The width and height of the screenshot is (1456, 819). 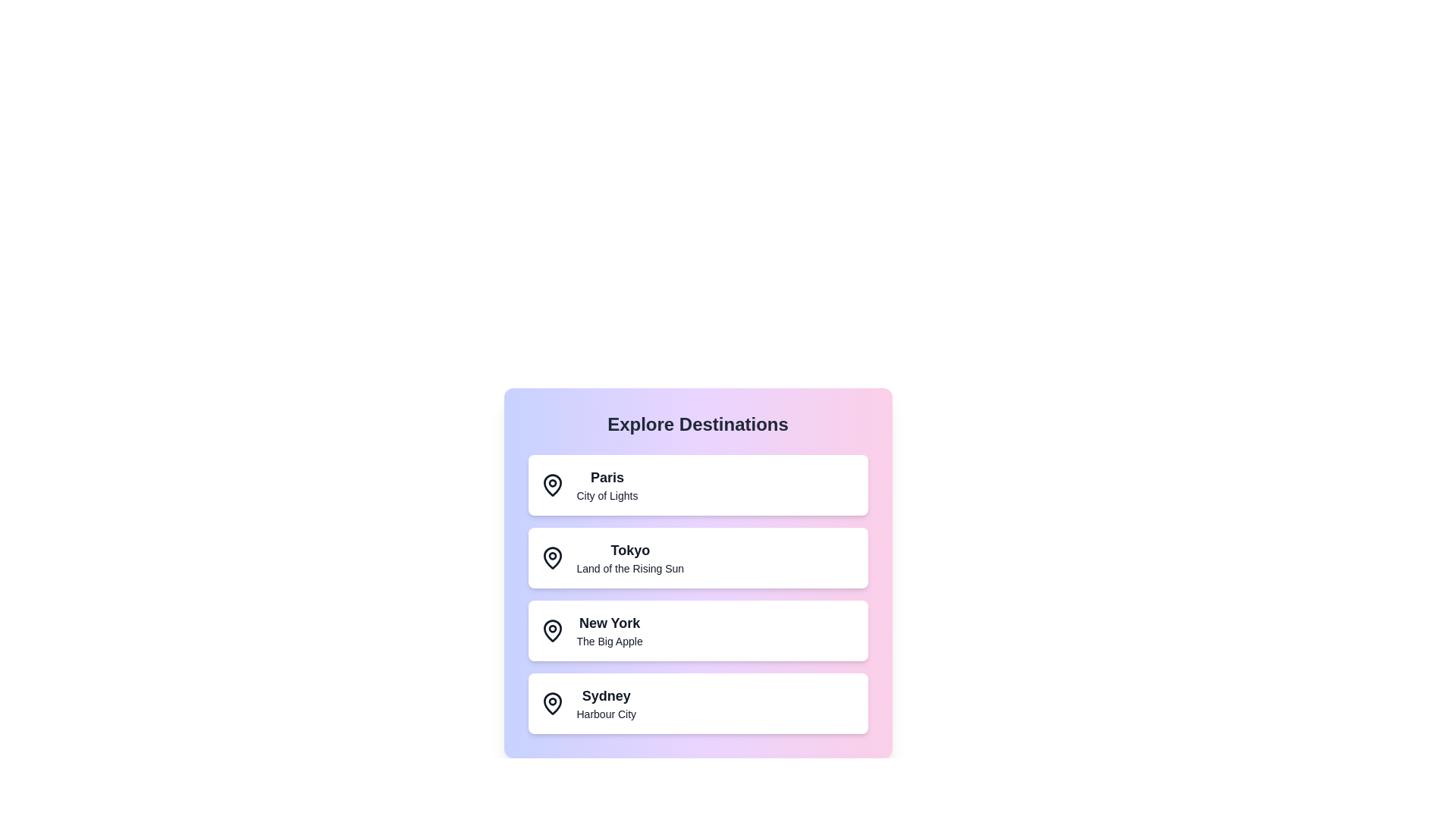 I want to click on the destination panel corresponding to Paris, so click(x=697, y=485).